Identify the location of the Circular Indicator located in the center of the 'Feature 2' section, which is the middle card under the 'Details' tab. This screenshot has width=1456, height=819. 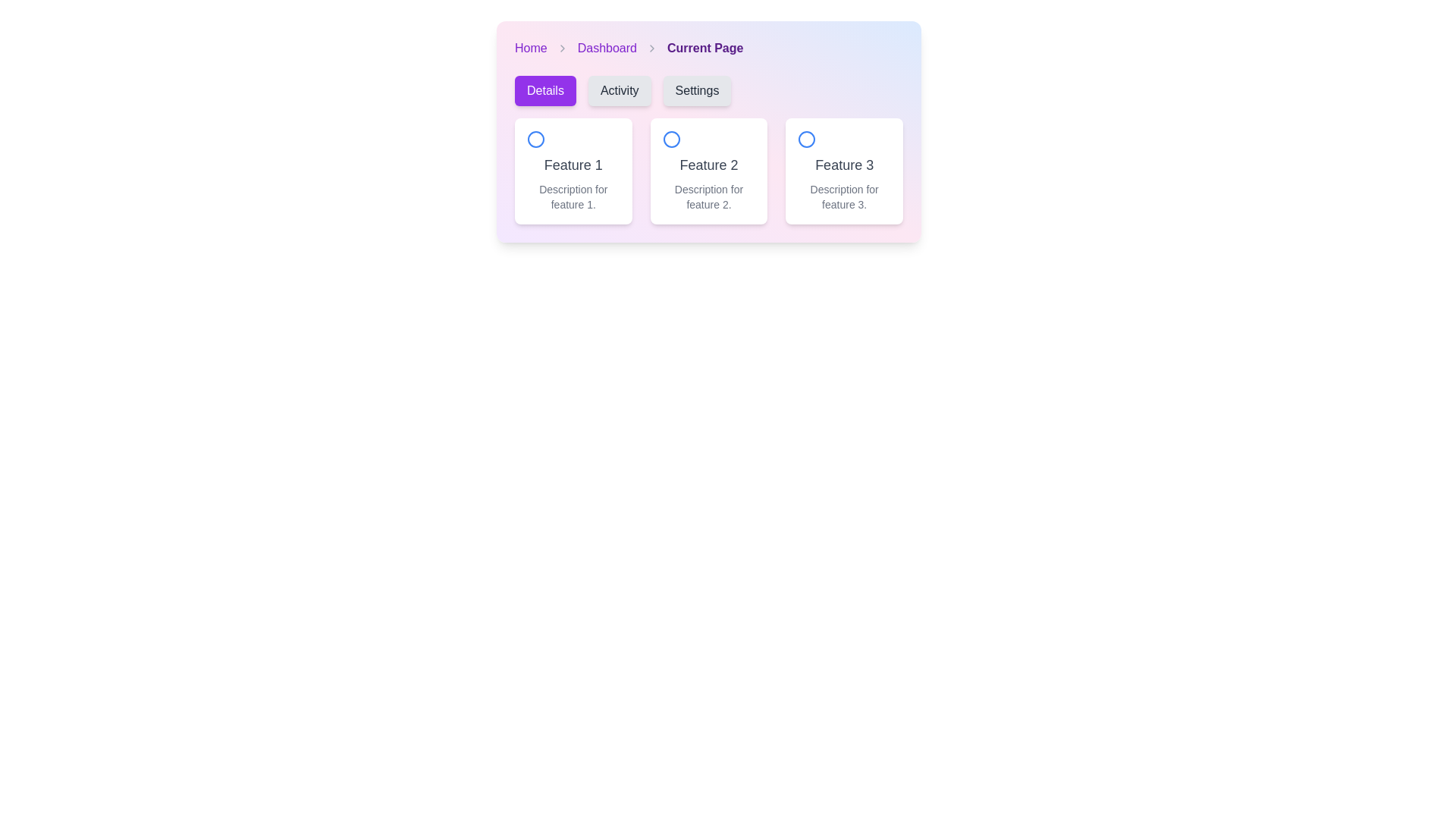
(670, 140).